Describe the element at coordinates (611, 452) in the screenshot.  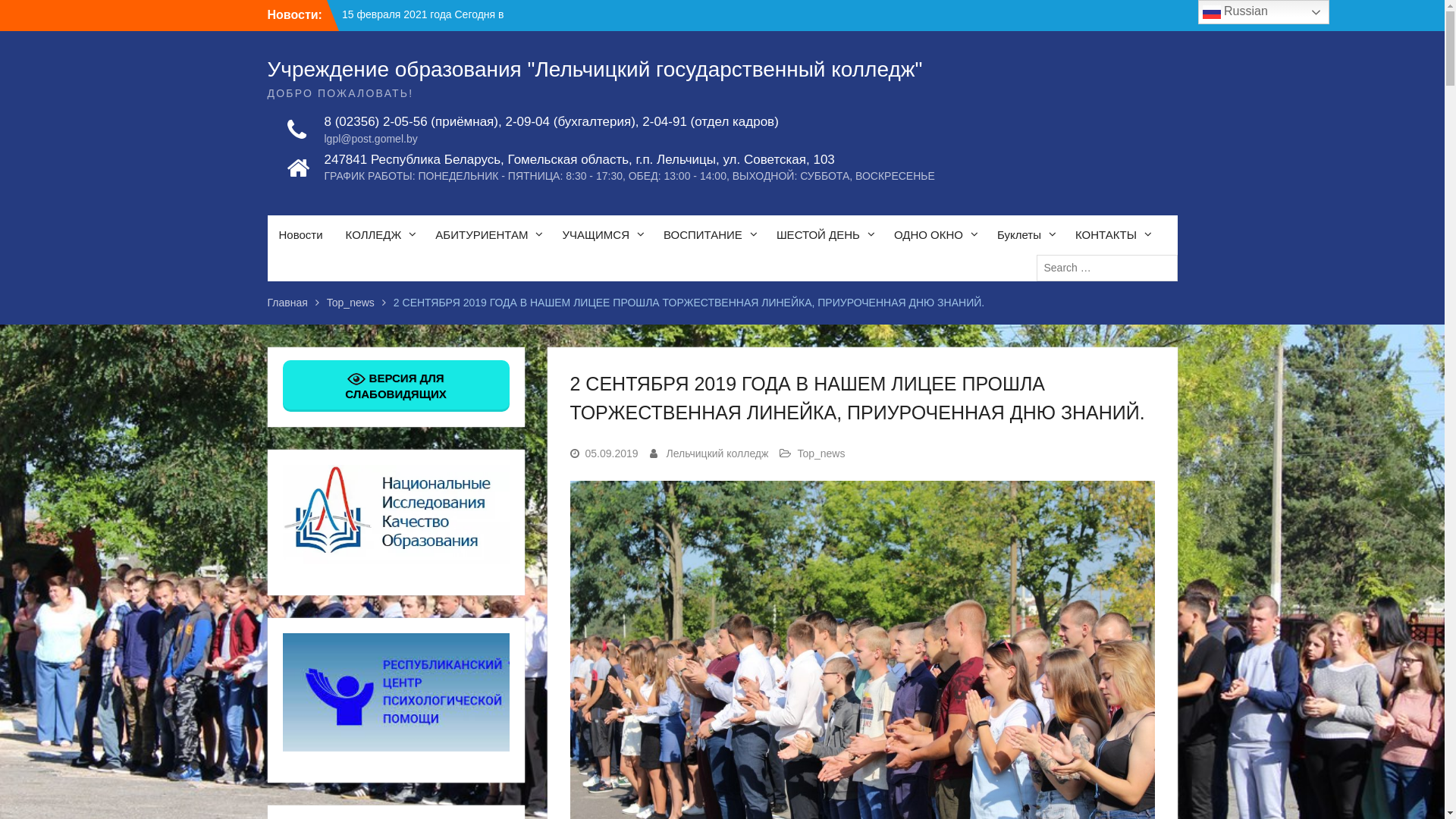
I see `'05.09.2019'` at that location.